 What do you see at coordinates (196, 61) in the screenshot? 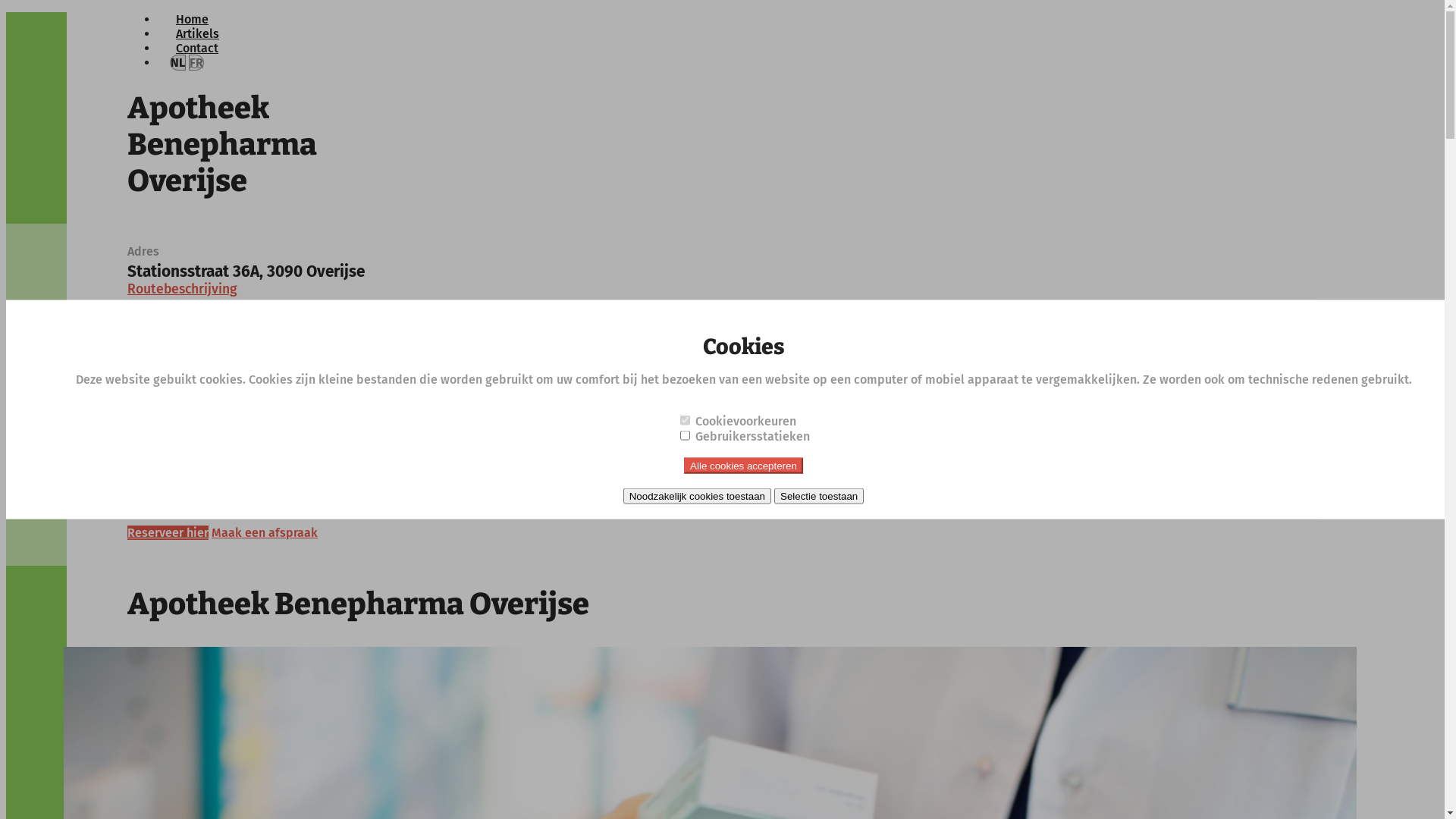
I see `'FR'` at bounding box center [196, 61].